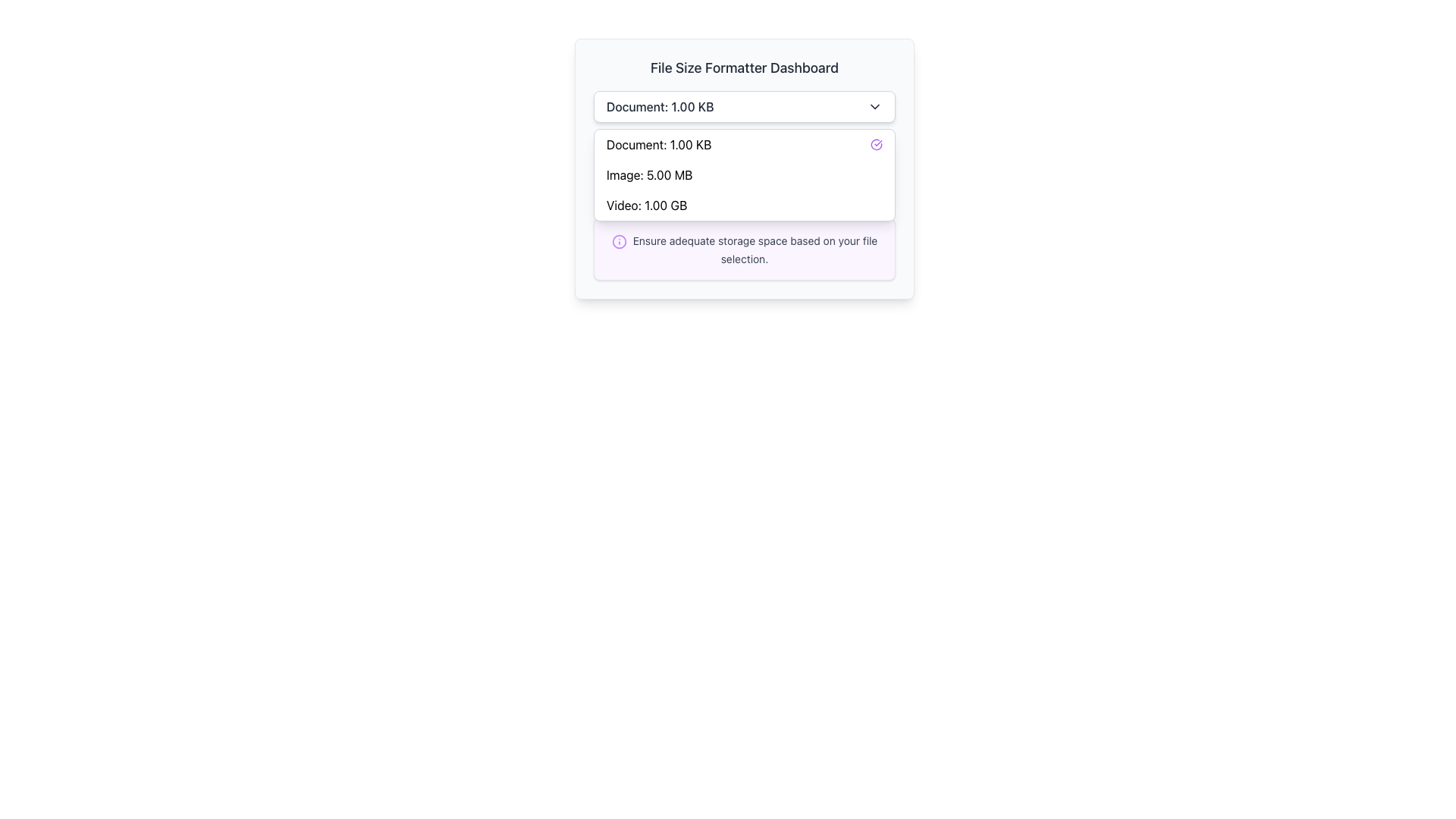  What do you see at coordinates (745, 106) in the screenshot?
I see `the Dropdown menu located centrally within the 'File Size Formatter Dashboard' card` at bounding box center [745, 106].